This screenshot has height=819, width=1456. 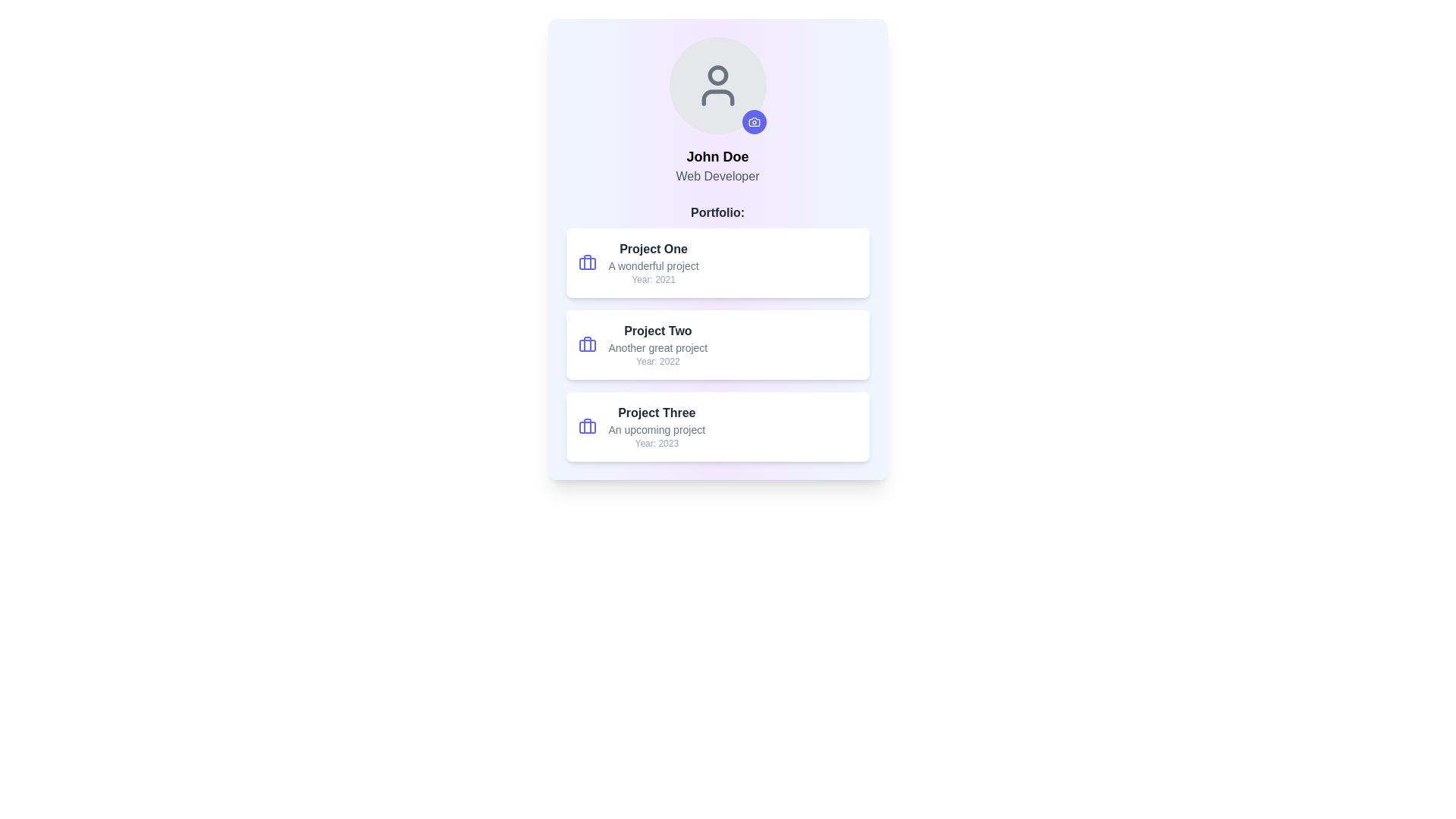 I want to click on the decorative vertical line in the SVG icon within the second project card under 'Project Two', which is part of the gift icon next to the project title, so click(x=586, y=344).